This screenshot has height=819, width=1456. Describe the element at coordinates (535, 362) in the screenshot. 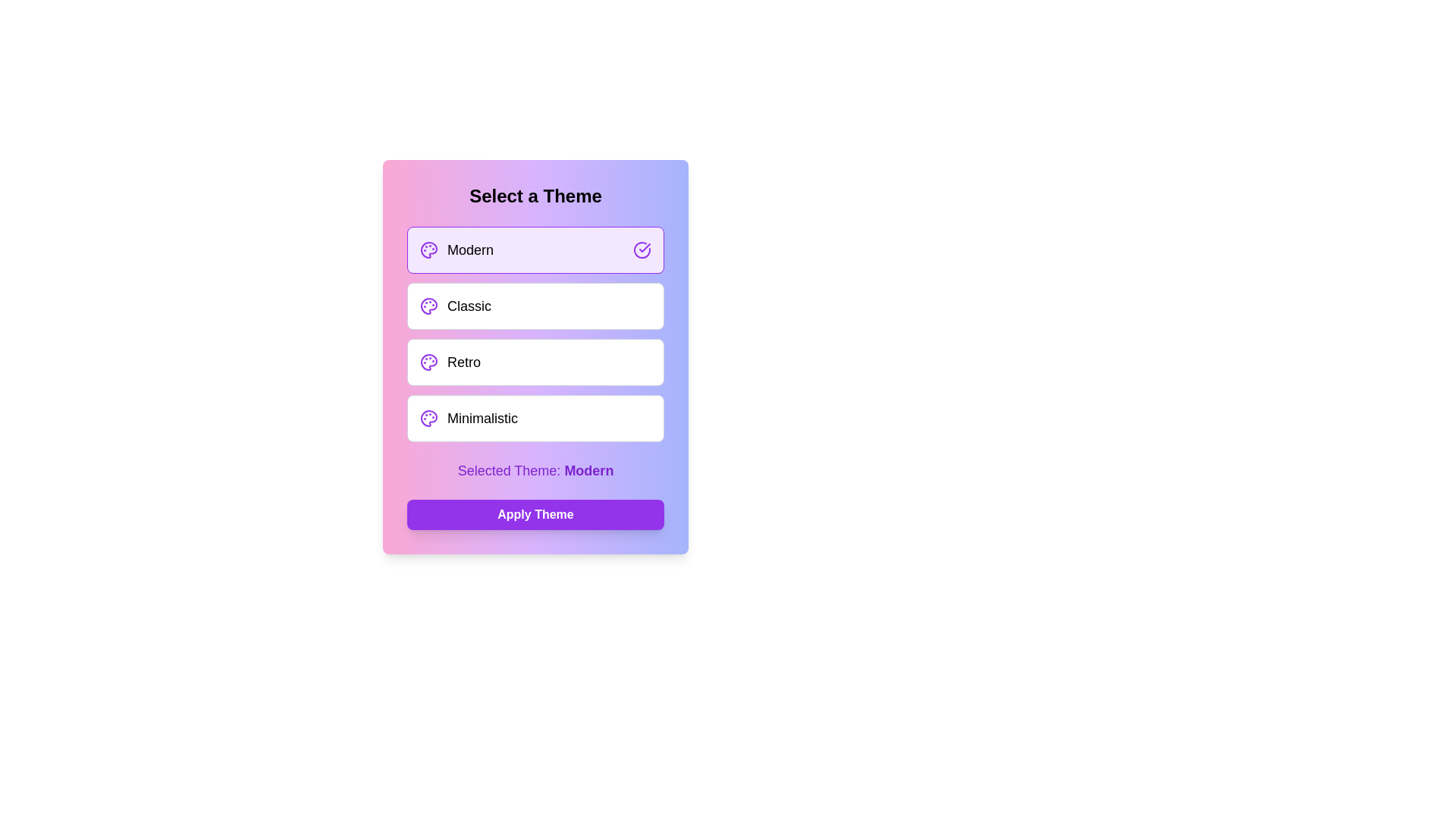

I see `the 'Retro' option button, which is the third item in the 'Select a Theme' list` at that location.